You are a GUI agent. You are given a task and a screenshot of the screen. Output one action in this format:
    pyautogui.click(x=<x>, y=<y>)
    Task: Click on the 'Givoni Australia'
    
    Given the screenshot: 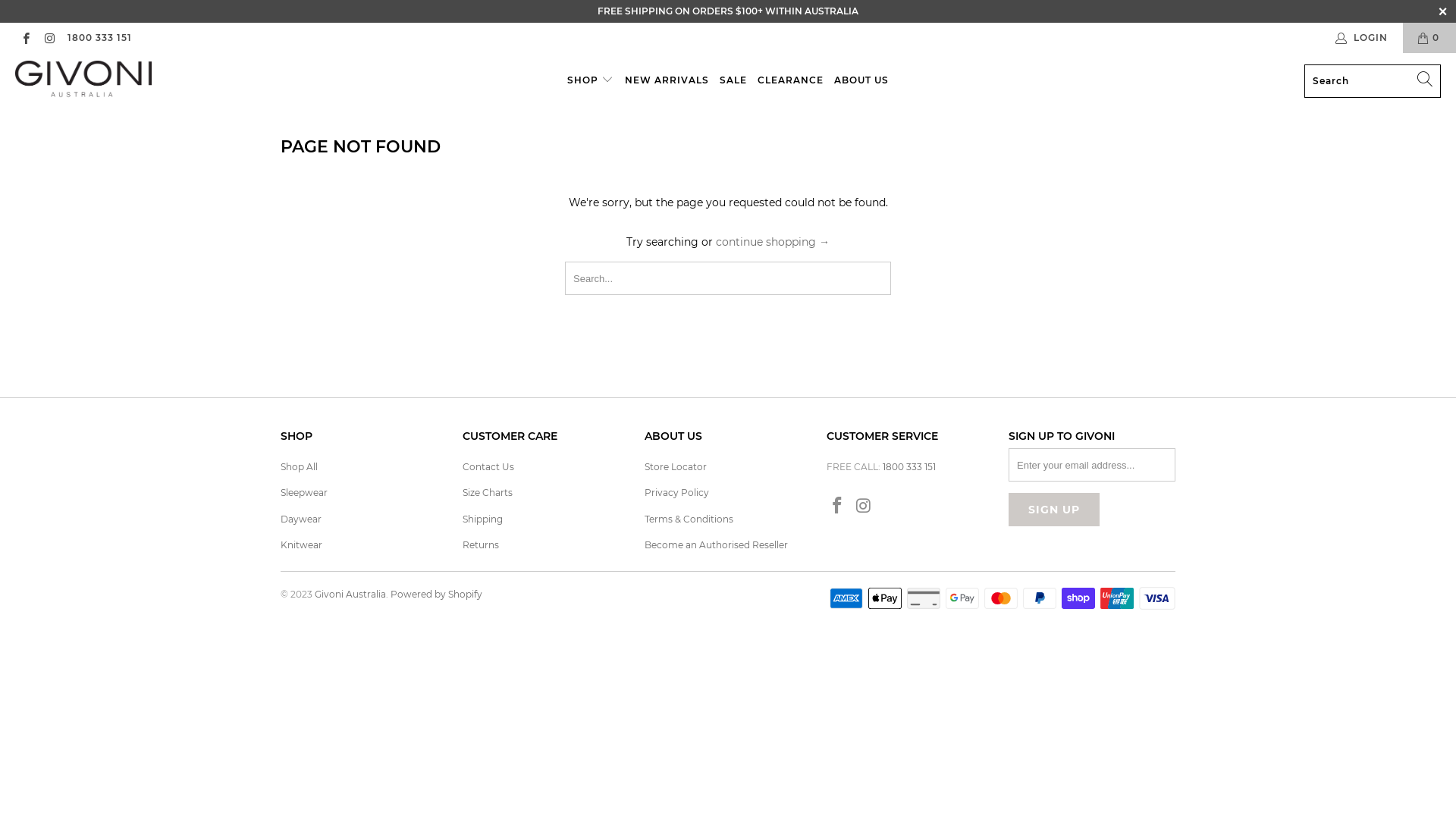 What is the action you would take?
    pyautogui.click(x=349, y=593)
    